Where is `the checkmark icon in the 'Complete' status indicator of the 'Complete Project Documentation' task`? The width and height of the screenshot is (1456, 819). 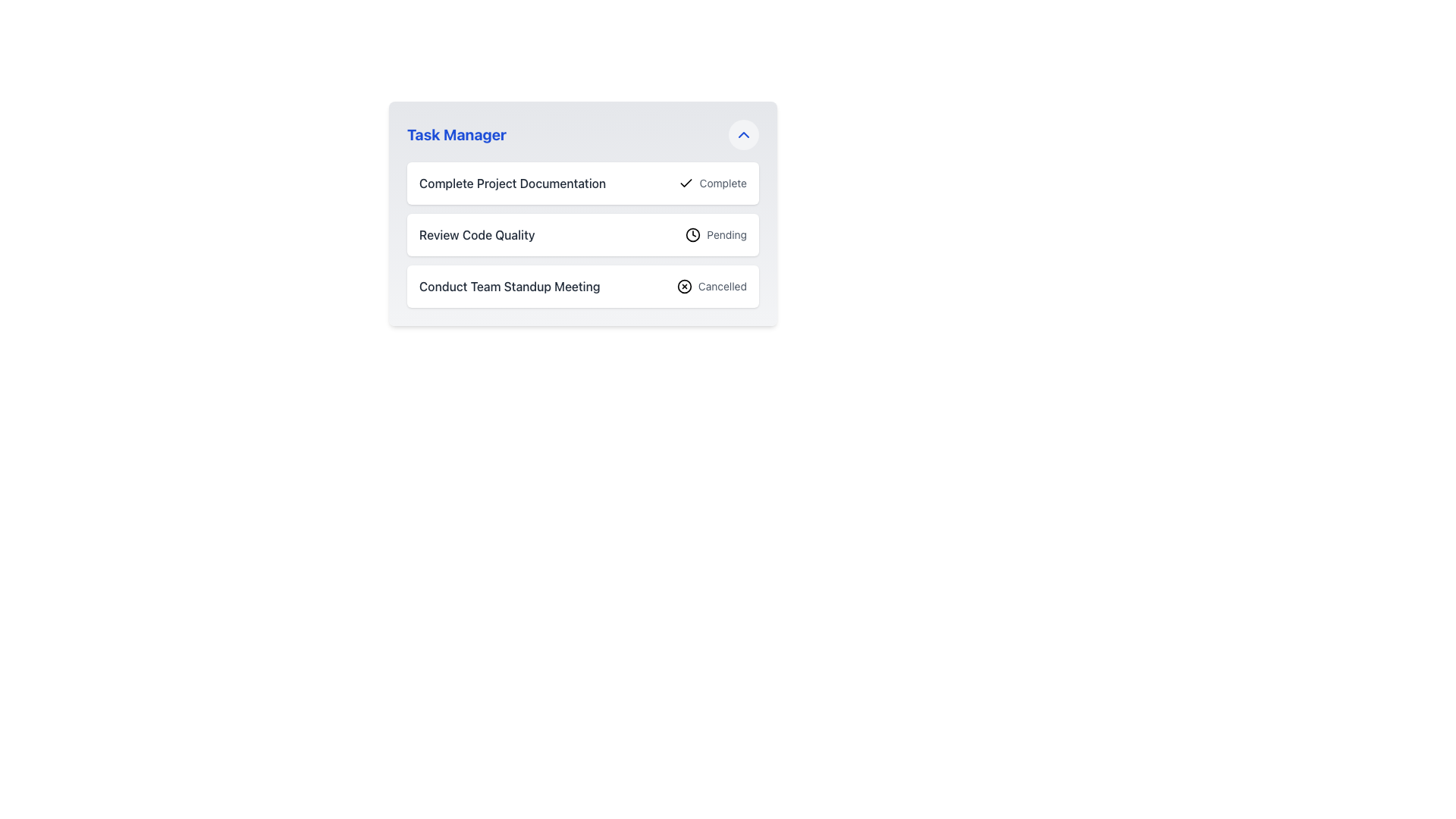 the checkmark icon in the 'Complete' status indicator of the 'Complete Project Documentation' task is located at coordinates (685, 182).